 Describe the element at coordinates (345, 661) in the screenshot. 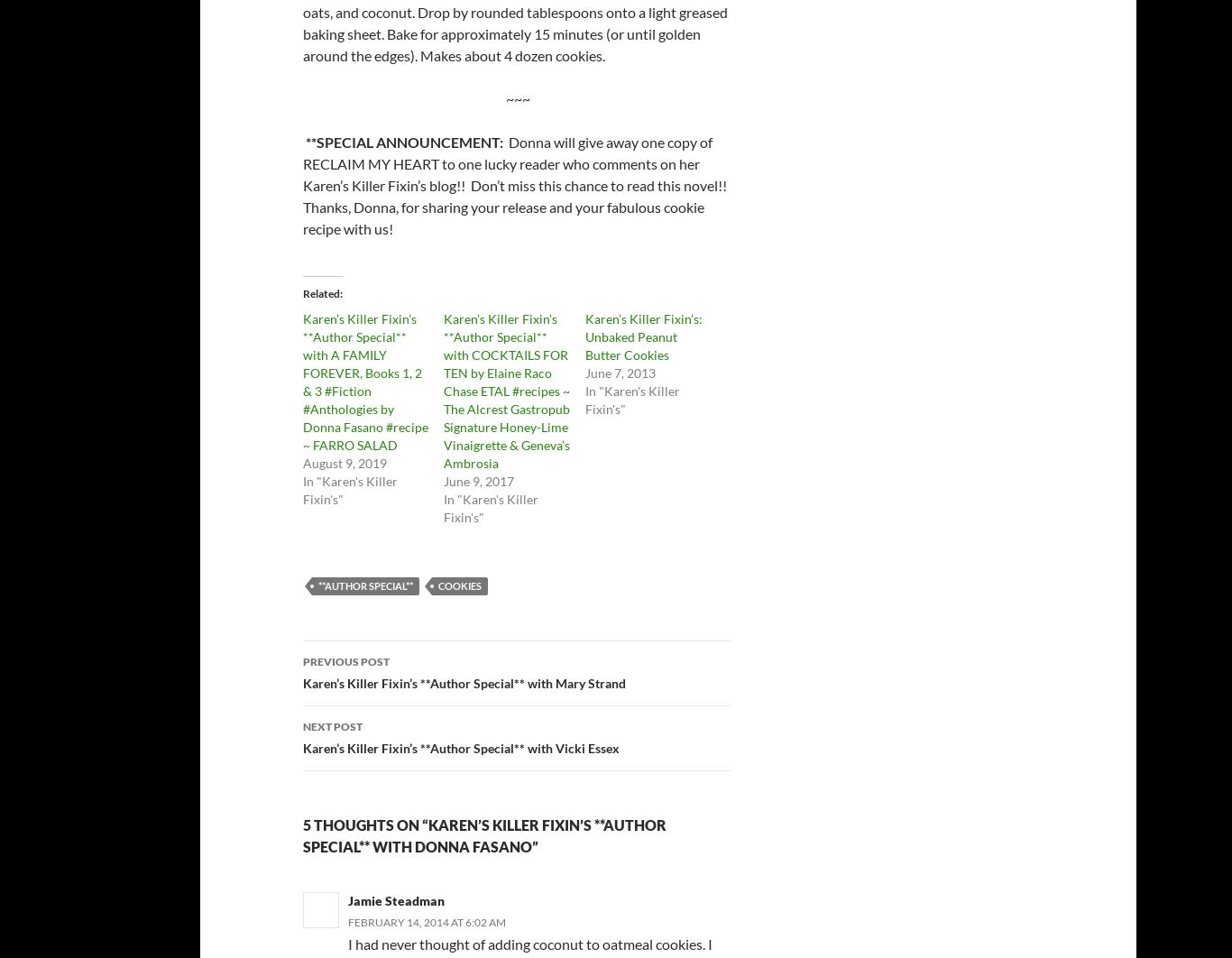

I see `'Previous Post'` at that location.